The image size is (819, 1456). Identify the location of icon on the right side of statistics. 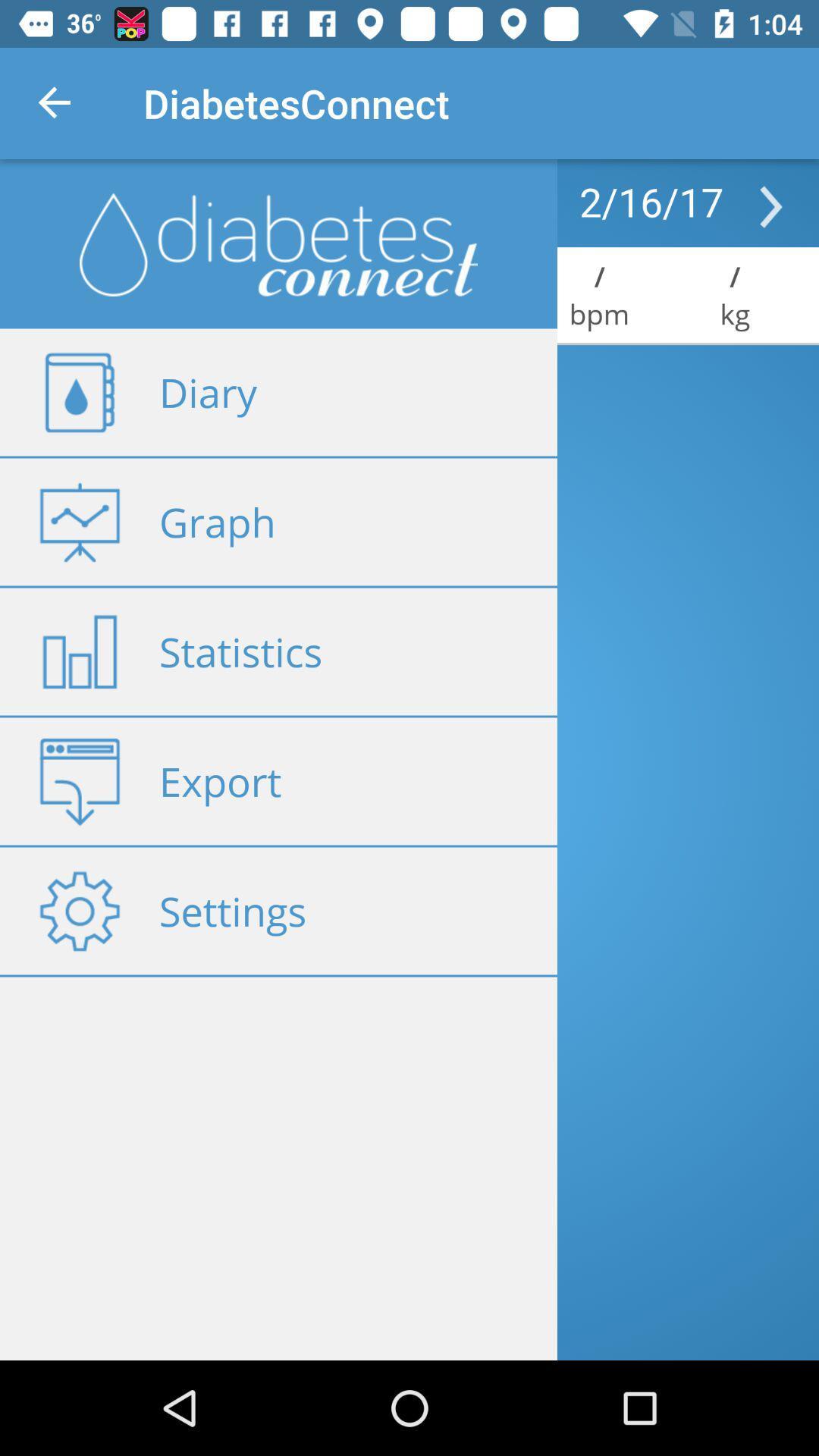
(79, 651).